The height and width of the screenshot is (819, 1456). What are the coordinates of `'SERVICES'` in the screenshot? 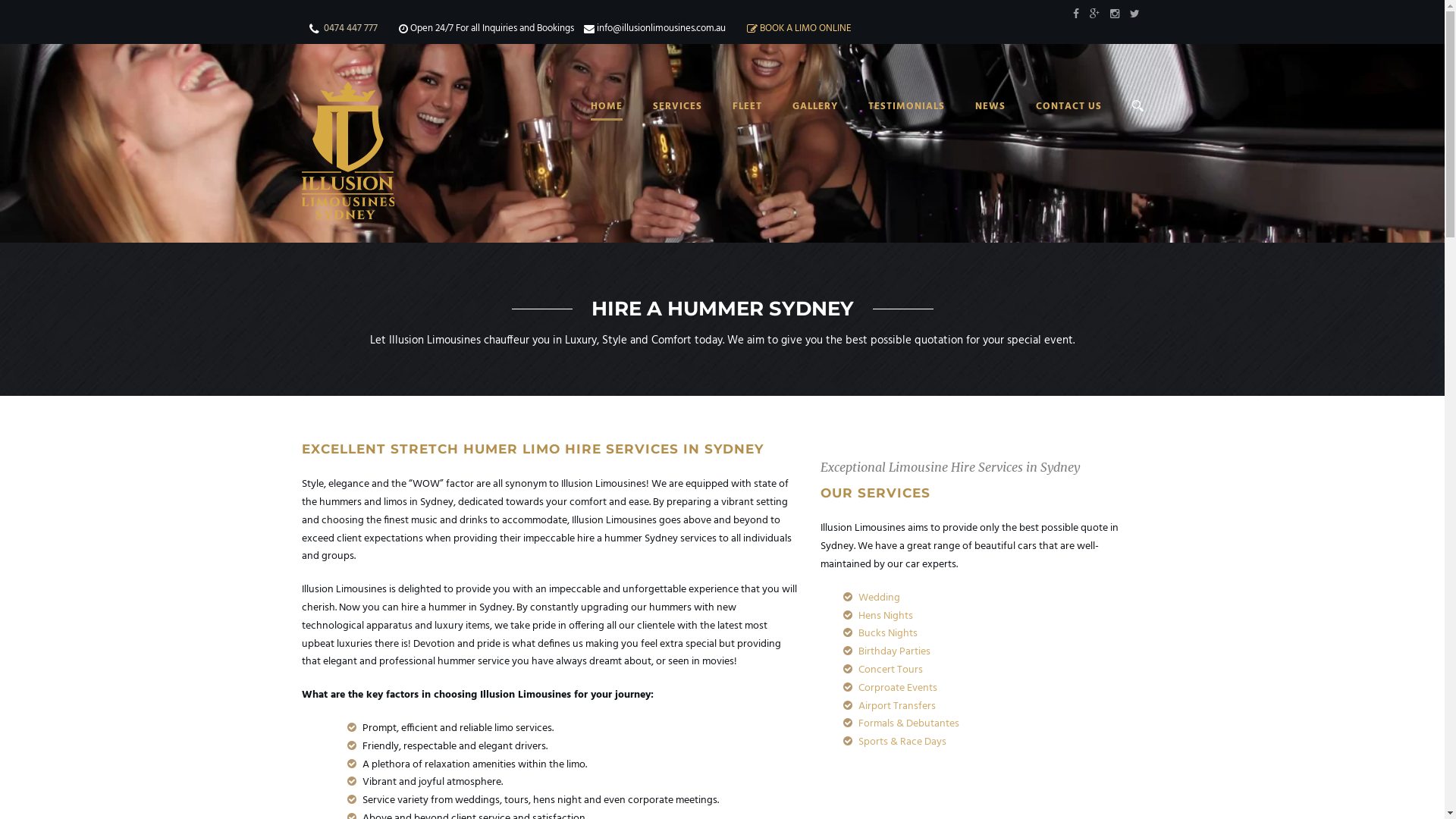 It's located at (661, 123).